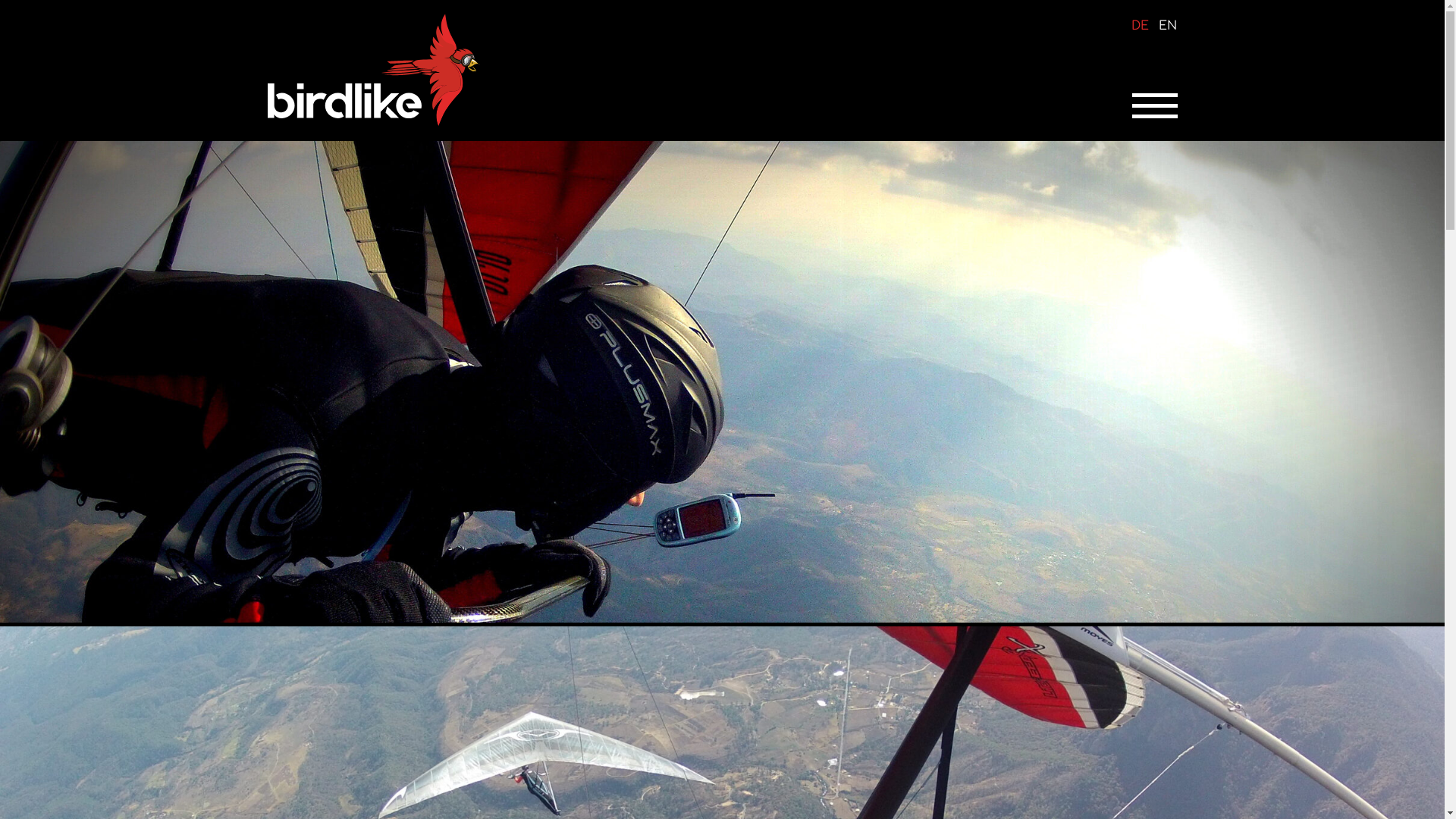  I want to click on 'EN', so click(1157, 26).